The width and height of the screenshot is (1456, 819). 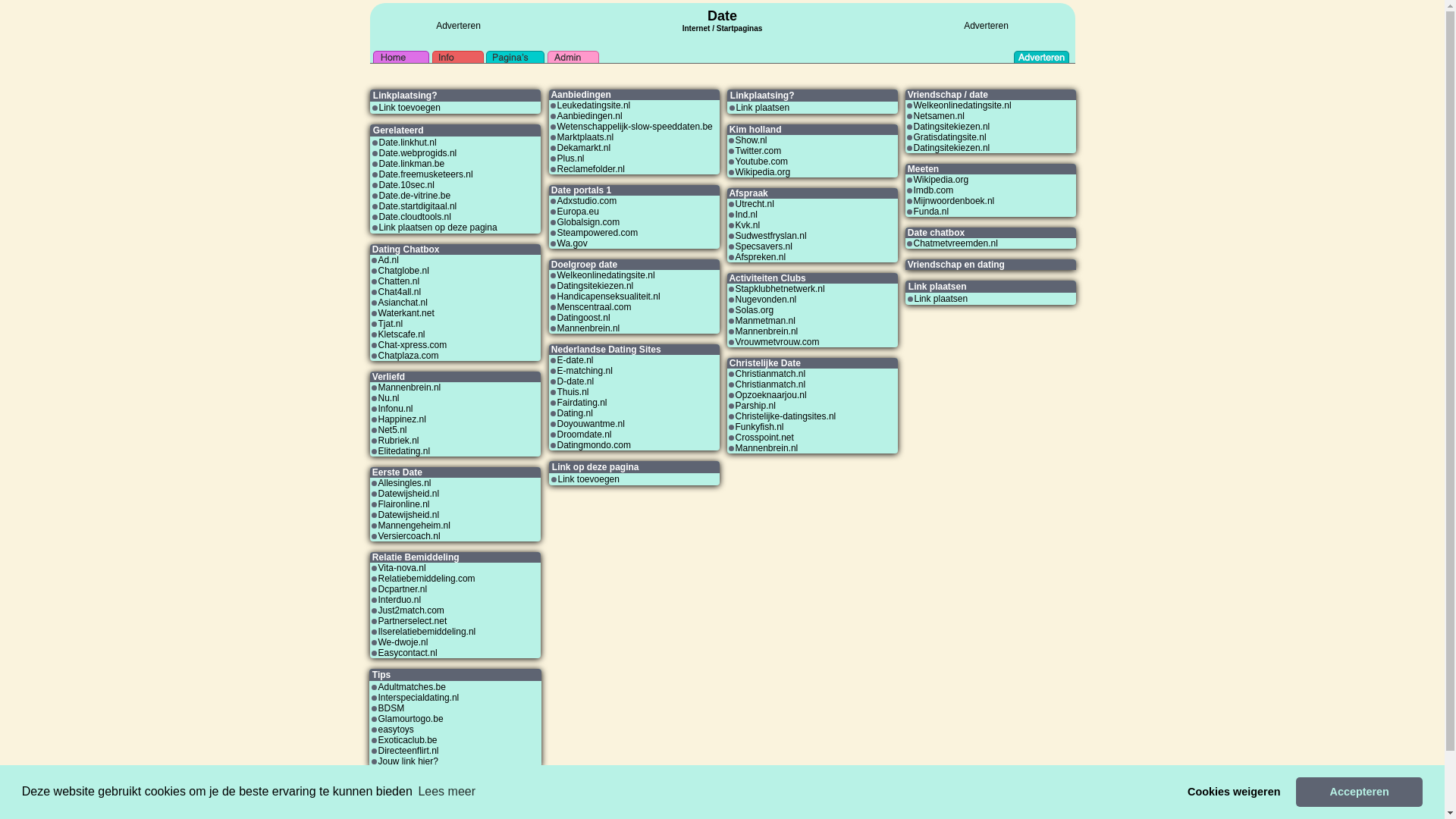 I want to click on 'Afspreken.nl', so click(x=761, y=256).